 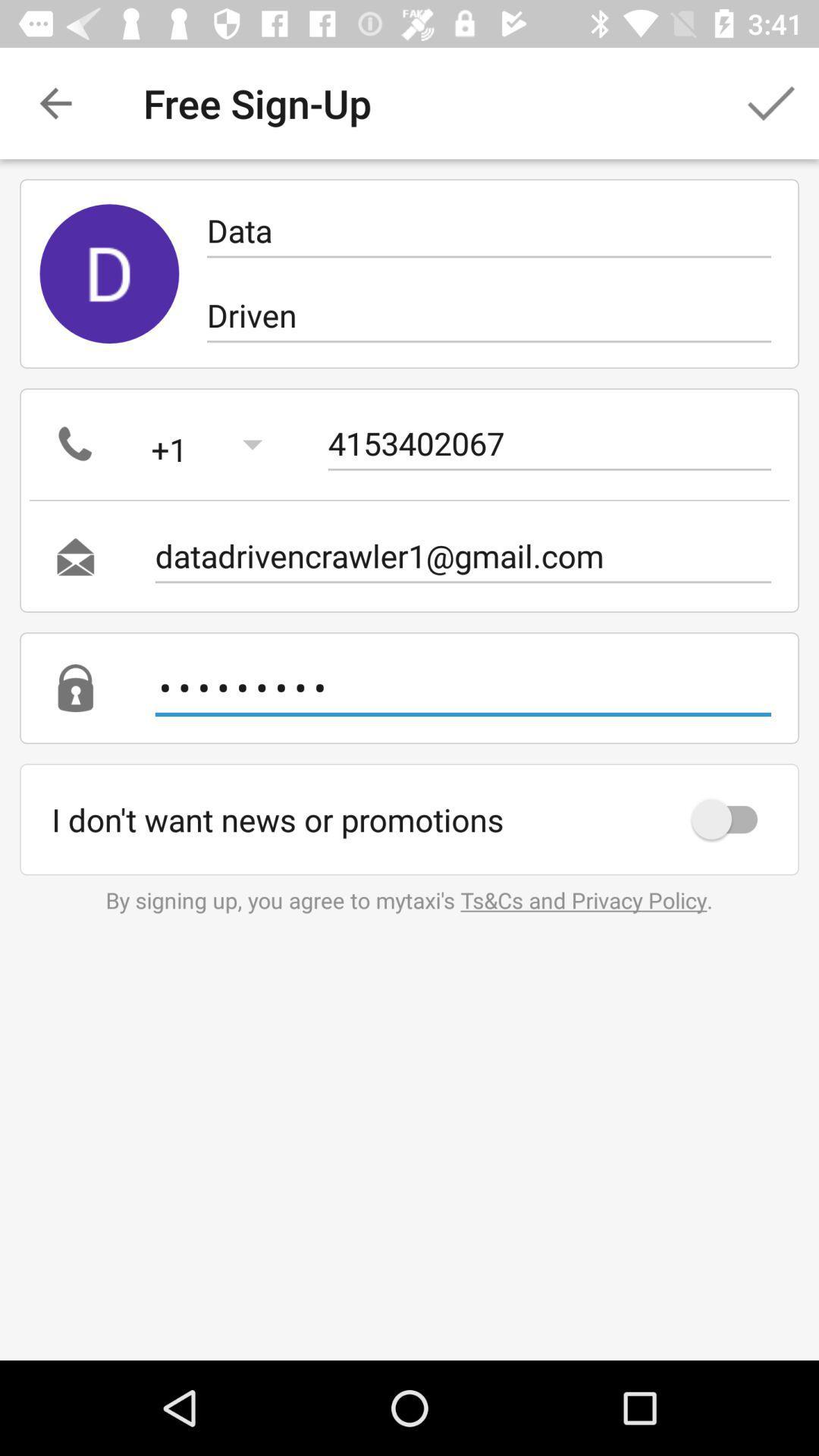 What do you see at coordinates (108, 274) in the screenshot?
I see `icon next to data icon` at bounding box center [108, 274].